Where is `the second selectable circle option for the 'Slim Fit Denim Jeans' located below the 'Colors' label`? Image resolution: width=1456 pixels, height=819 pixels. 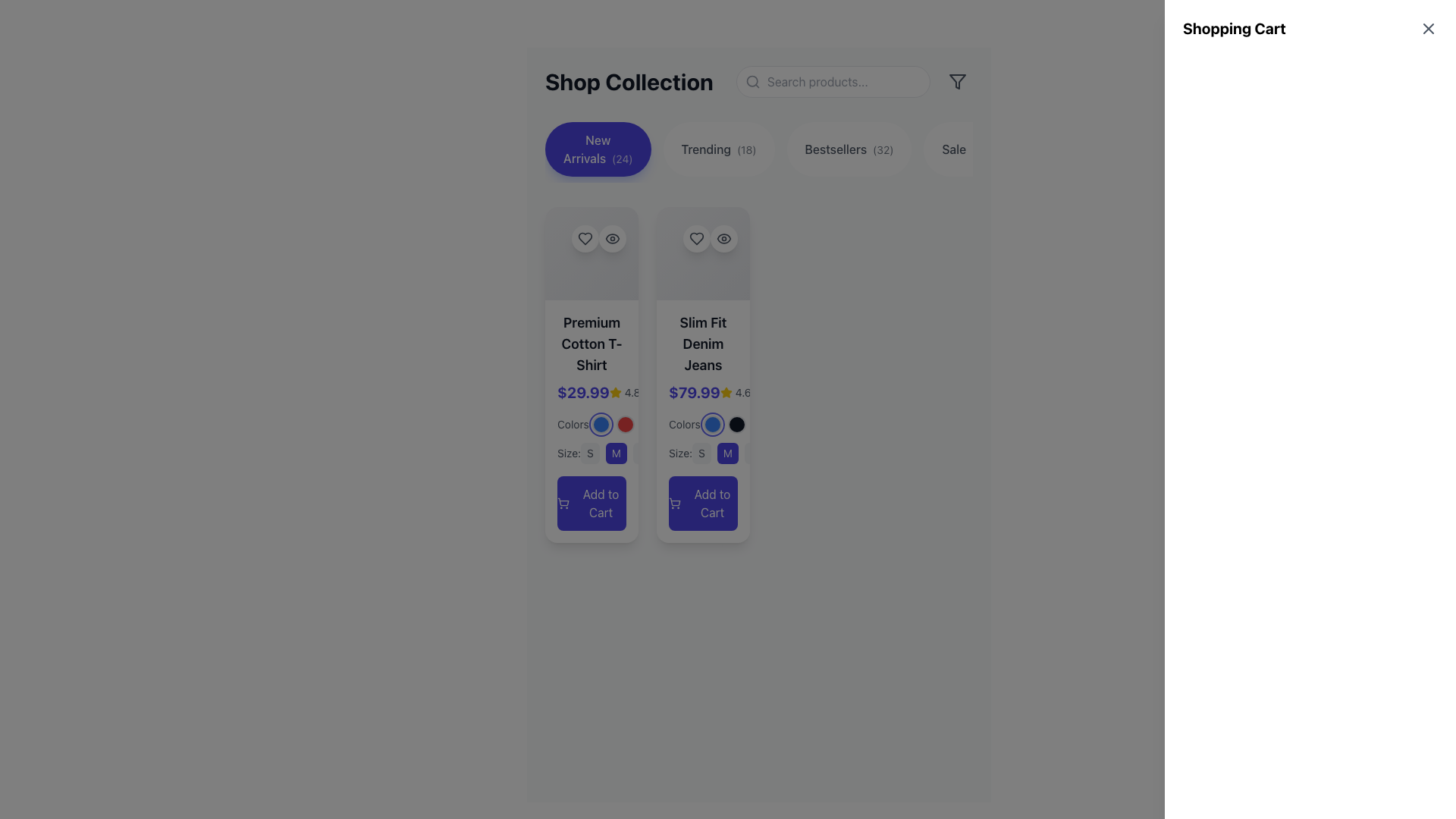
the second selectable circle option for the 'Slim Fit Denim Jeans' located below the 'Colors' label is located at coordinates (736, 424).